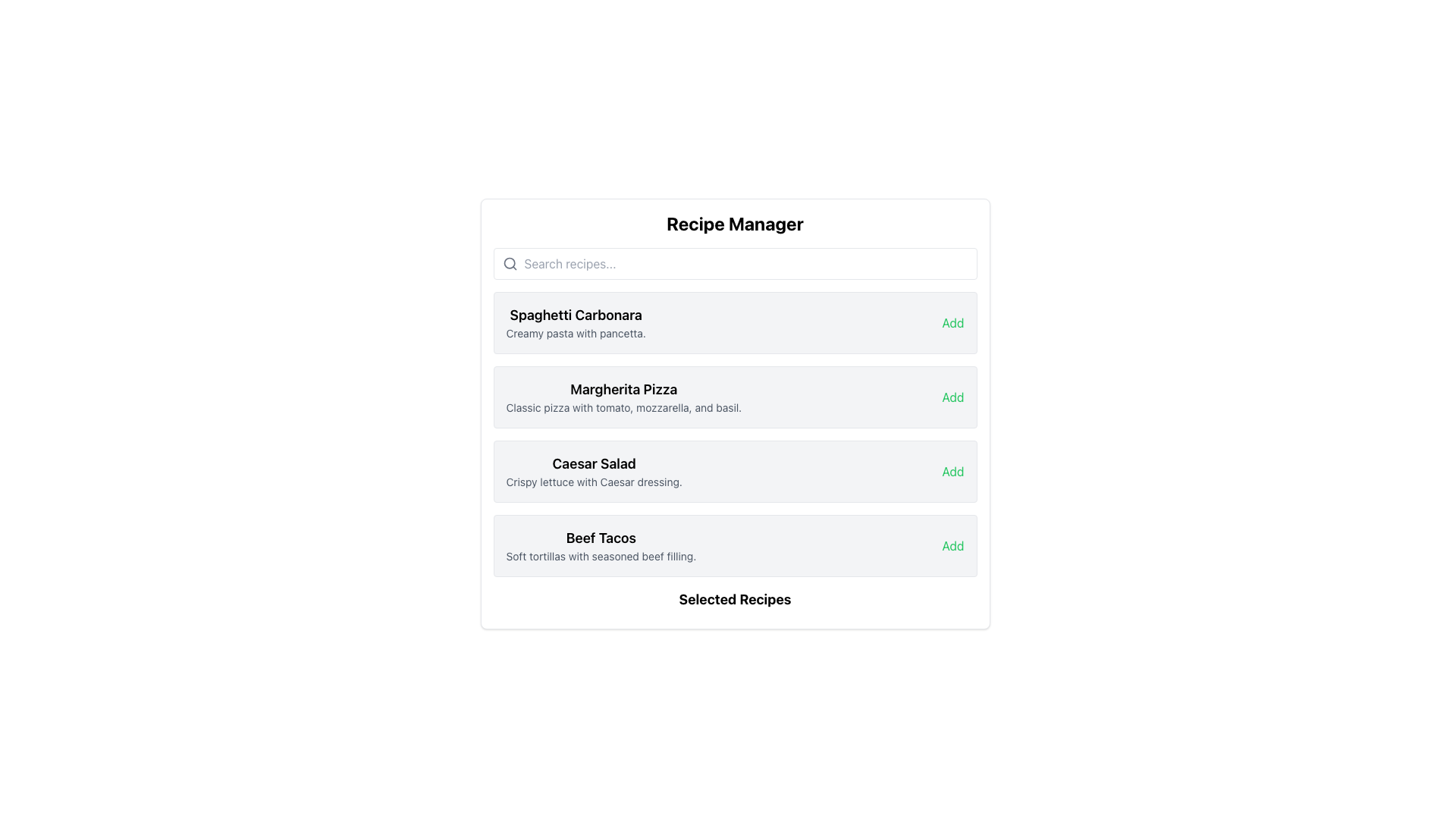 This screenshot has height=819, width=1456. What do you see at coordinates (593, 470) in the screenshot?
I see `the text block titled 'Caesar Salad' to reference its content for a related action` at bounding box center [593, 470].